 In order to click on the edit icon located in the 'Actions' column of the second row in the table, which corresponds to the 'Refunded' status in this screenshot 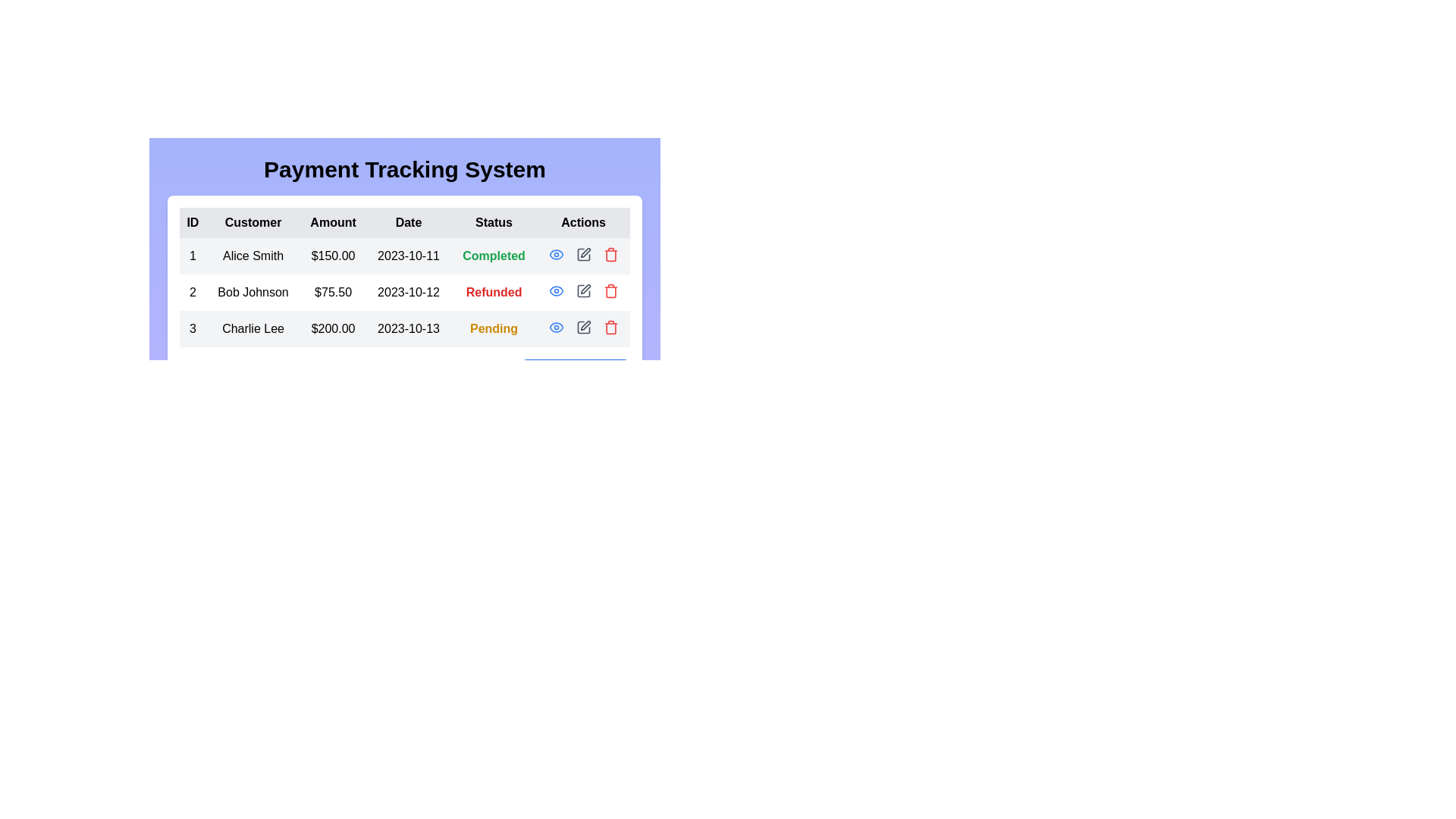, I will do `click(585, 289)`.